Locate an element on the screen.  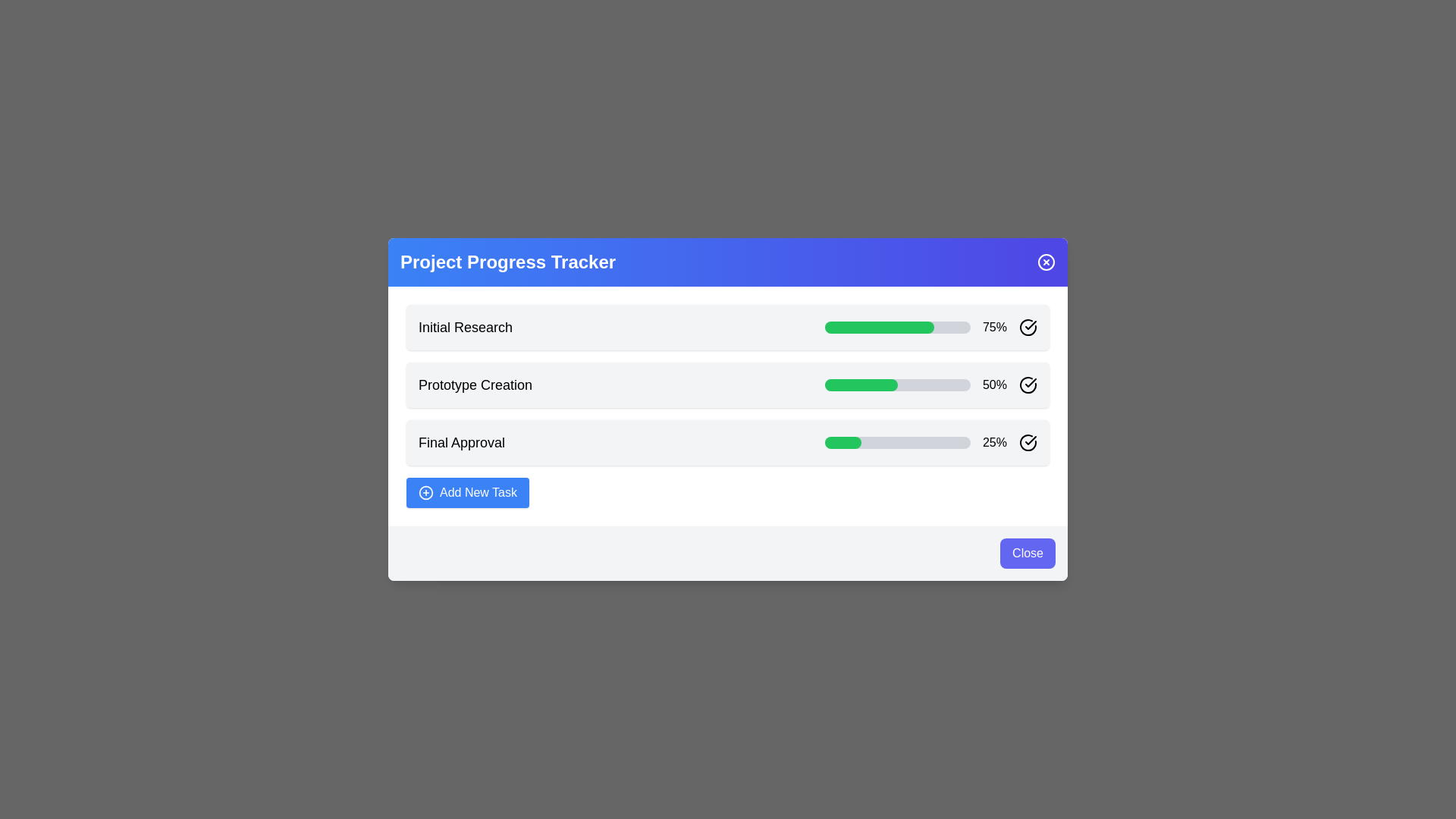
the progress bar representing the completion of the Prototype Creation task, which is visually indicated by the adjacent percentage label (50%) on its right is located at coordinates (898, 384).